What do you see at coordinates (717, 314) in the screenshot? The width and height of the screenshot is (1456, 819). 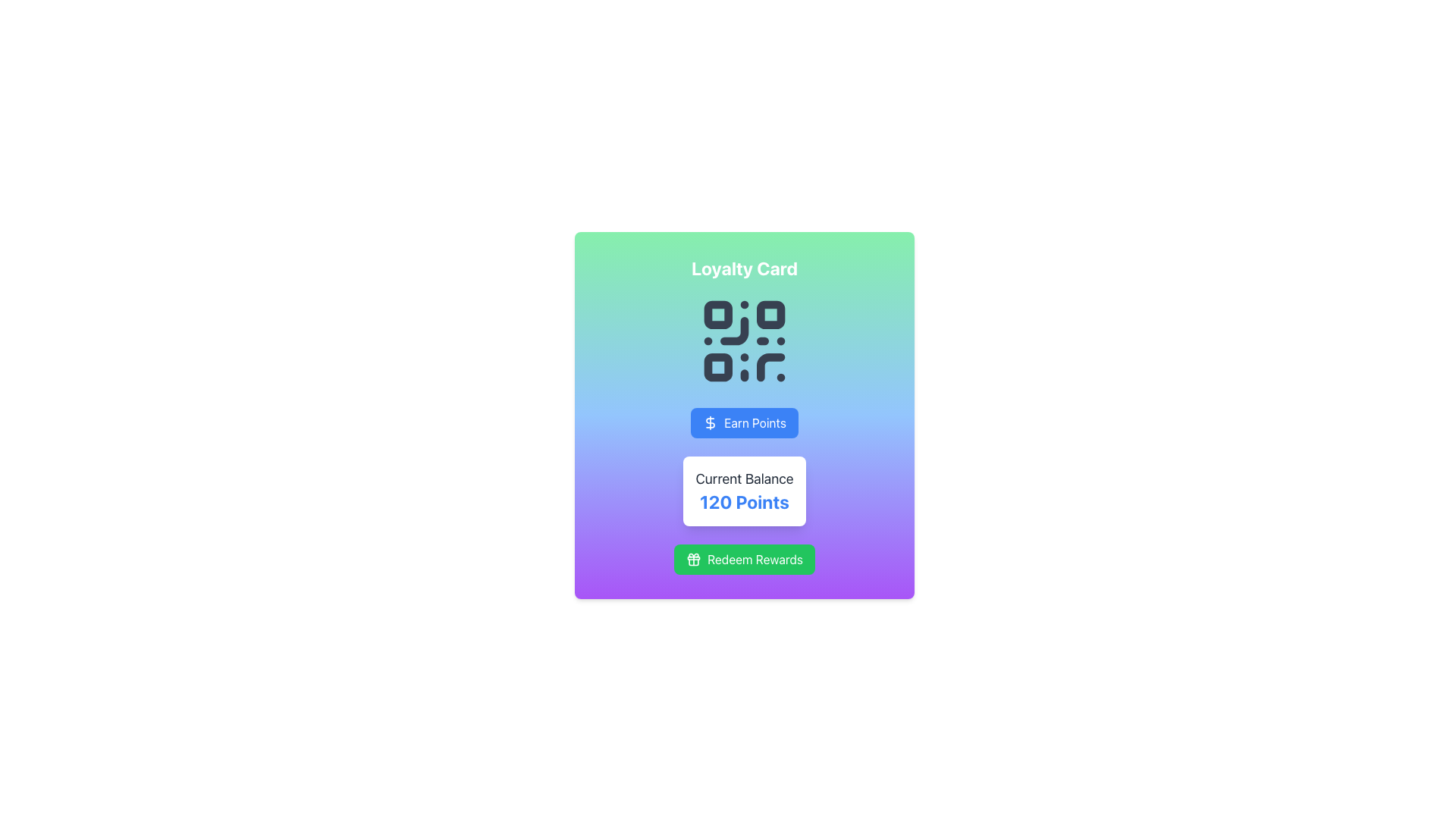 I see `the small square shape with rounded corners that is part of the QR code graphic in the top-left section of the Loyalty Card, which has a cyan or light green fill color` at bounding box center [717, 314].